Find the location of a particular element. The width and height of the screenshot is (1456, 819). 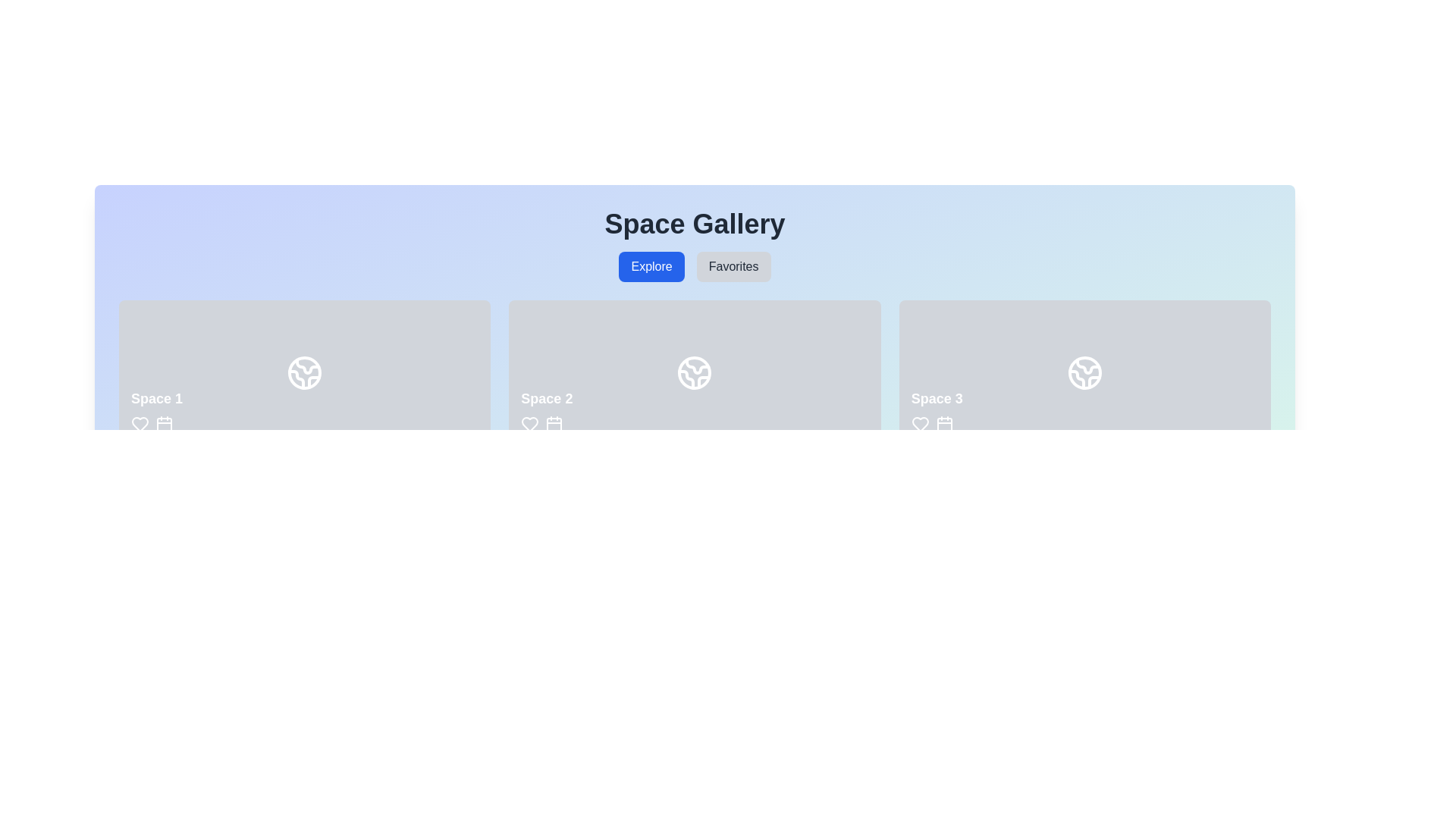

the decorative Icon component of the content card labeled 'Space 2', located in the center of the middle card in a row of three horizontally aligned cards is located at coordinates (694, 373).